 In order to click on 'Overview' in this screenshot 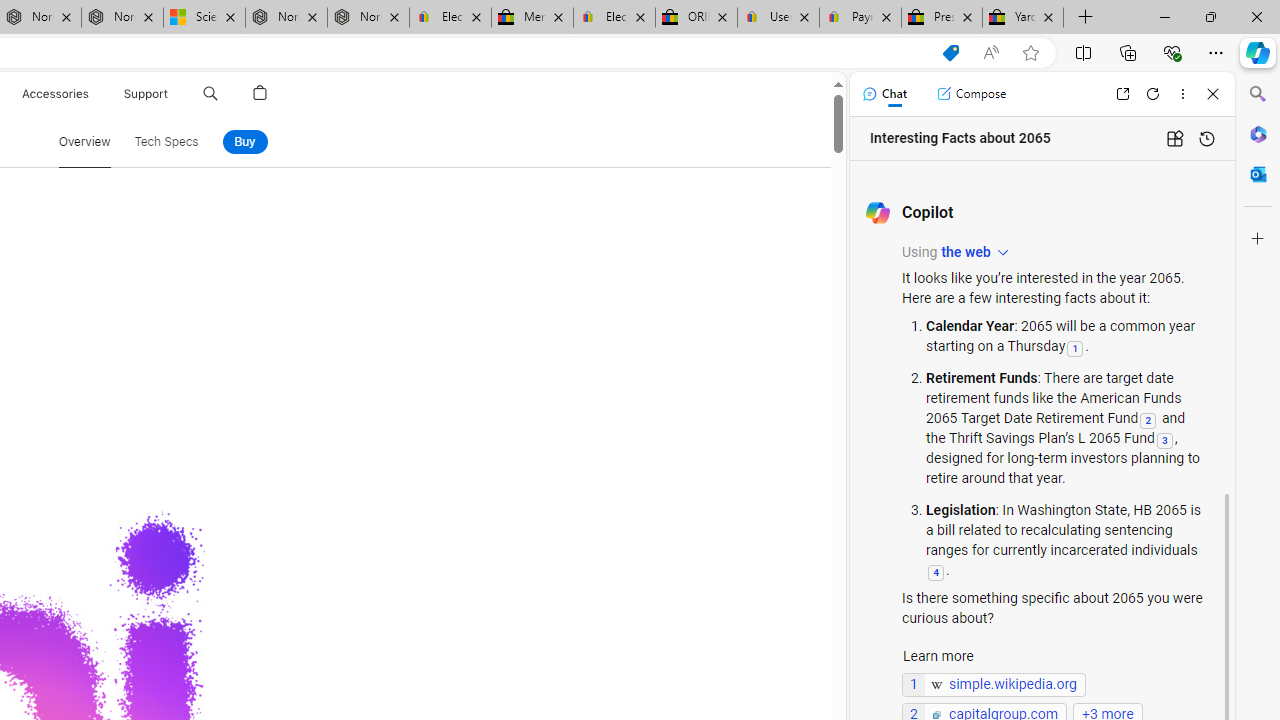, I will do `click(83, 140)`.